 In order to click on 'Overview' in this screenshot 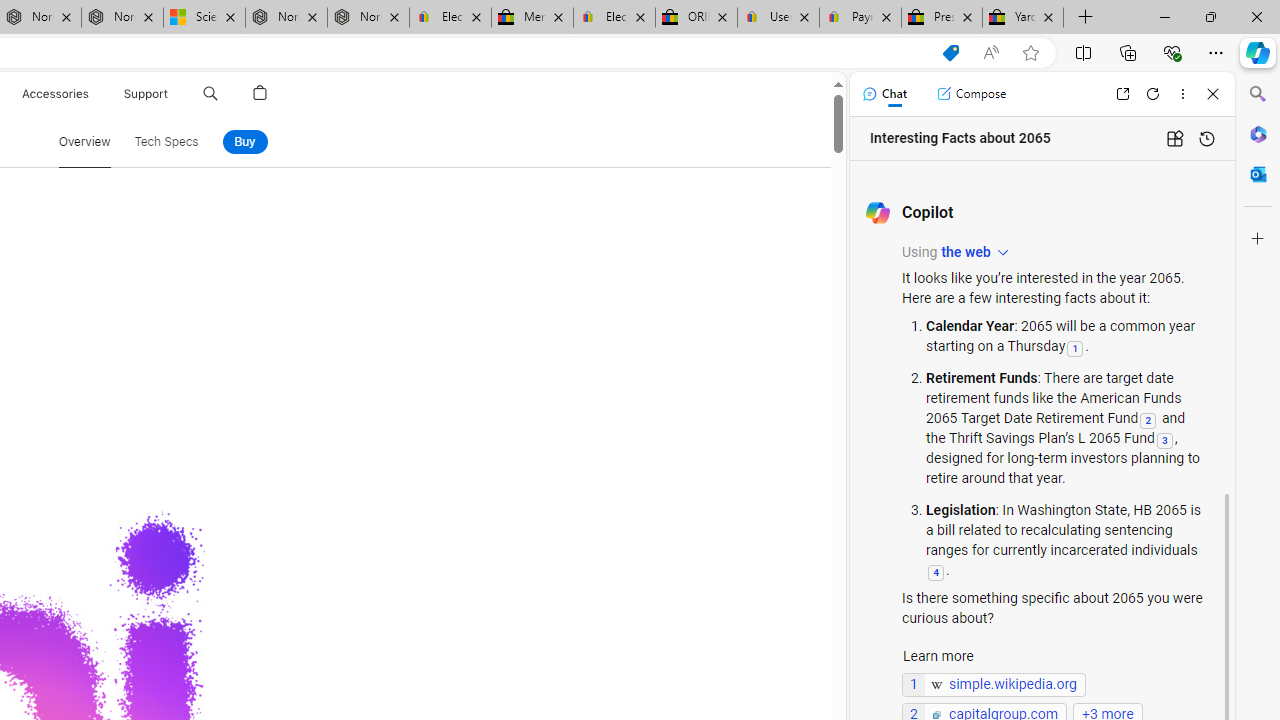, I will do `click(83, 140)`.